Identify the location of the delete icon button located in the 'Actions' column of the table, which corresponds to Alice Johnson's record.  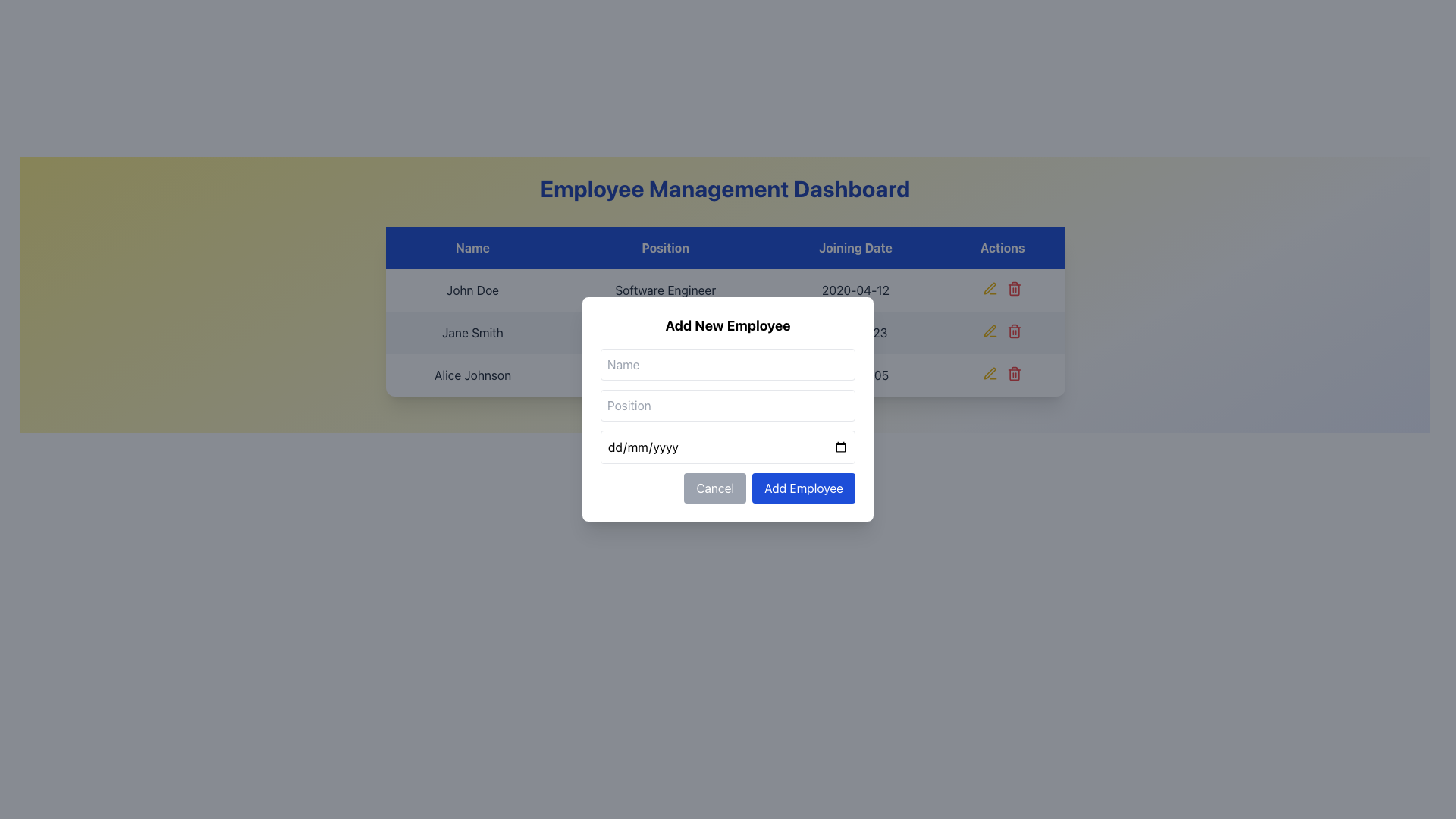
(1015, 374).